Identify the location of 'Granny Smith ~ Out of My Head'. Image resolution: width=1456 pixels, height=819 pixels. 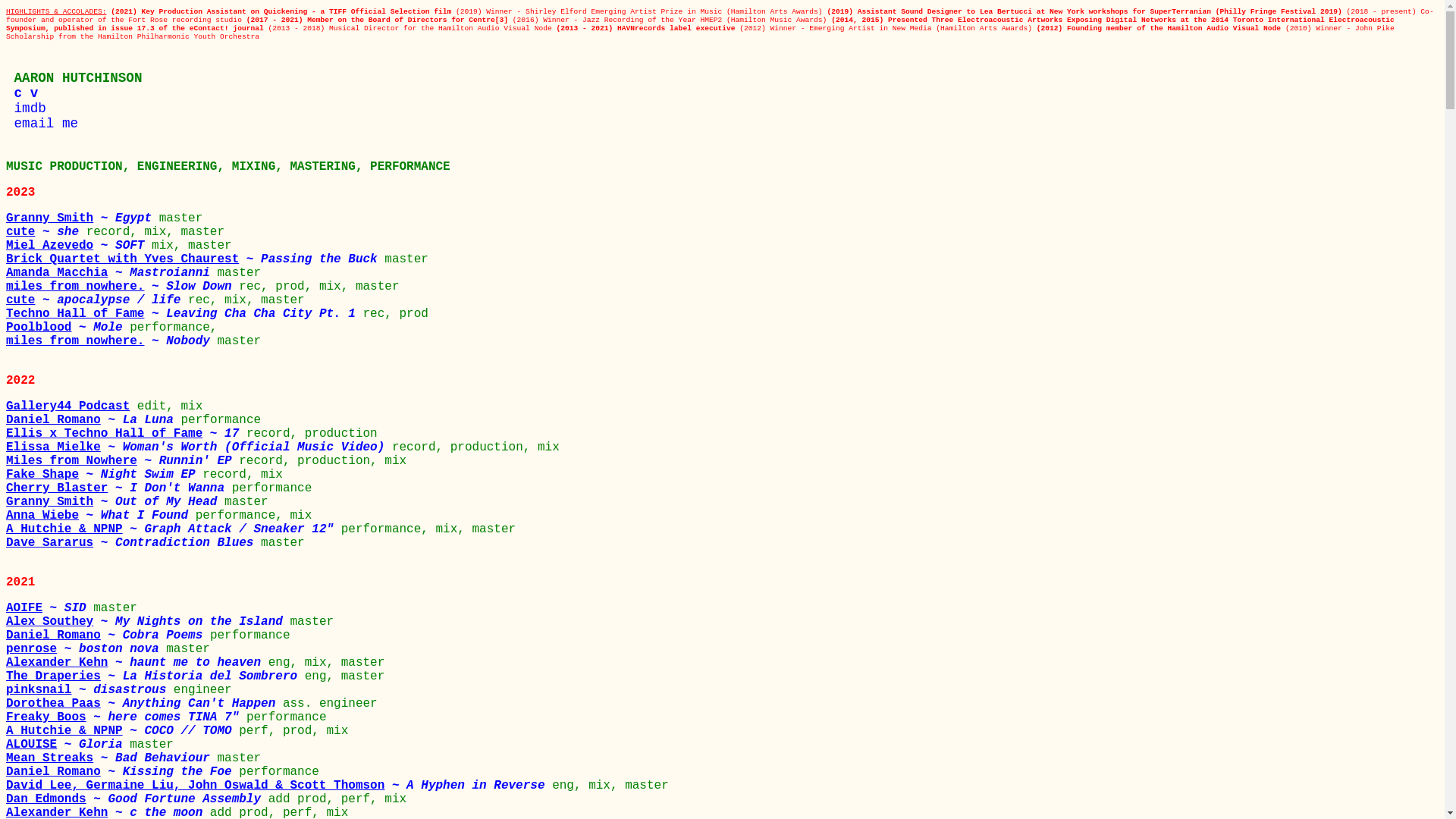
(115, 502).